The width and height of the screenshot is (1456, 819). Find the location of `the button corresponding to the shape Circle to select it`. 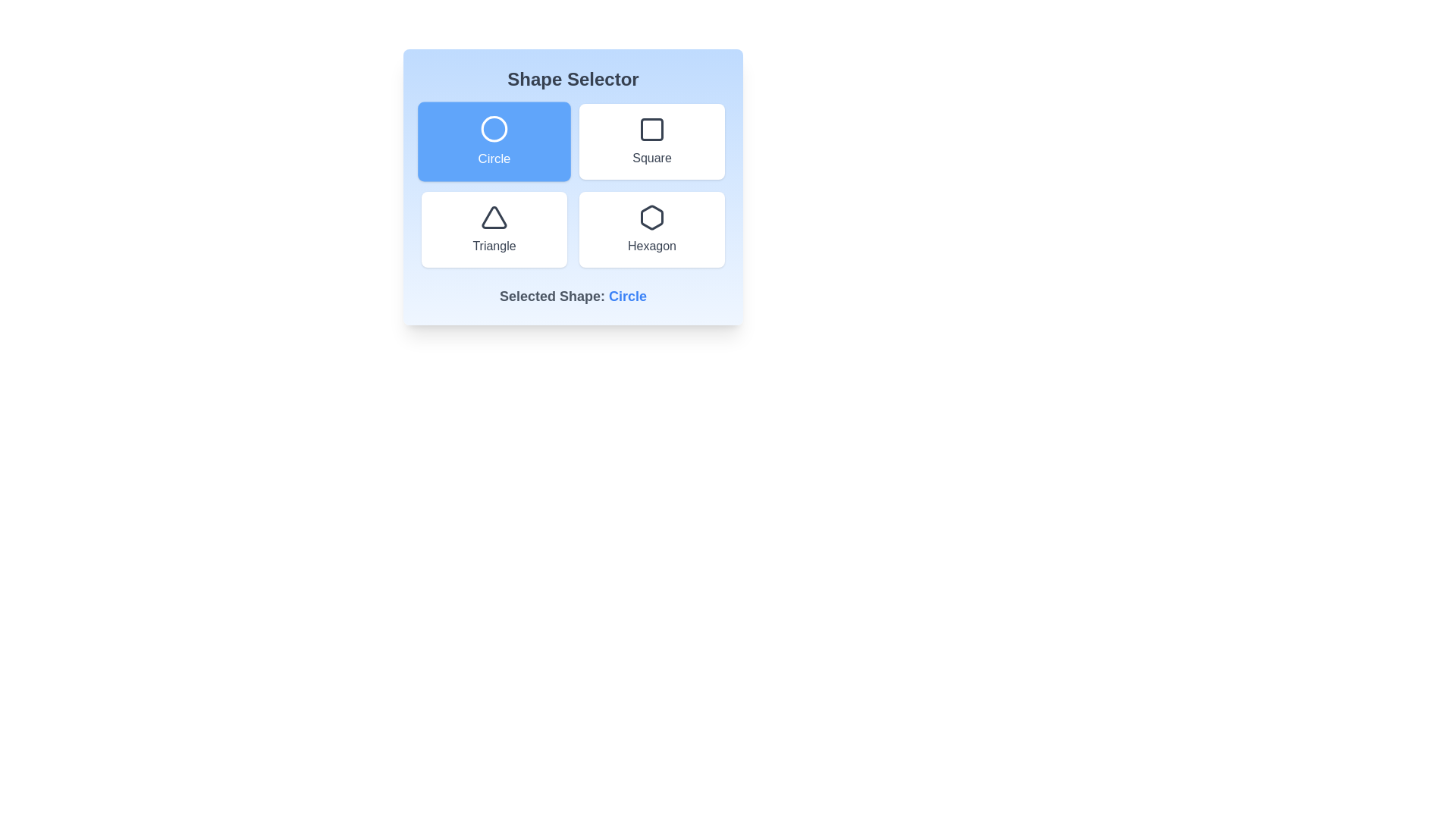

the button corresponding to the shape Circle to select it is located at coordinates (494, 141).